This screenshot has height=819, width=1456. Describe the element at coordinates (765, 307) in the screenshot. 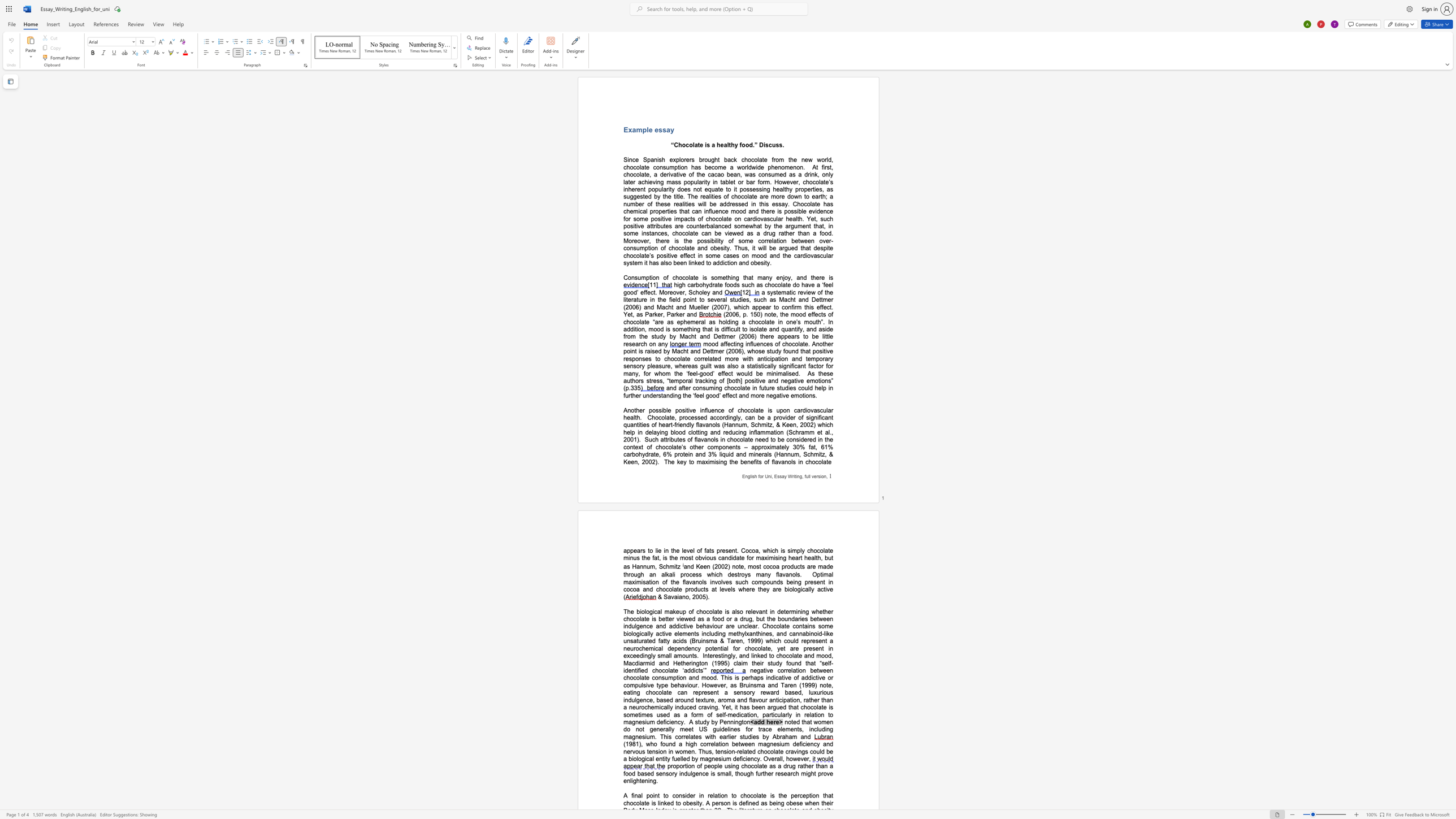

I see `the space between the continuous character "e" and "a" in the text` at that location.